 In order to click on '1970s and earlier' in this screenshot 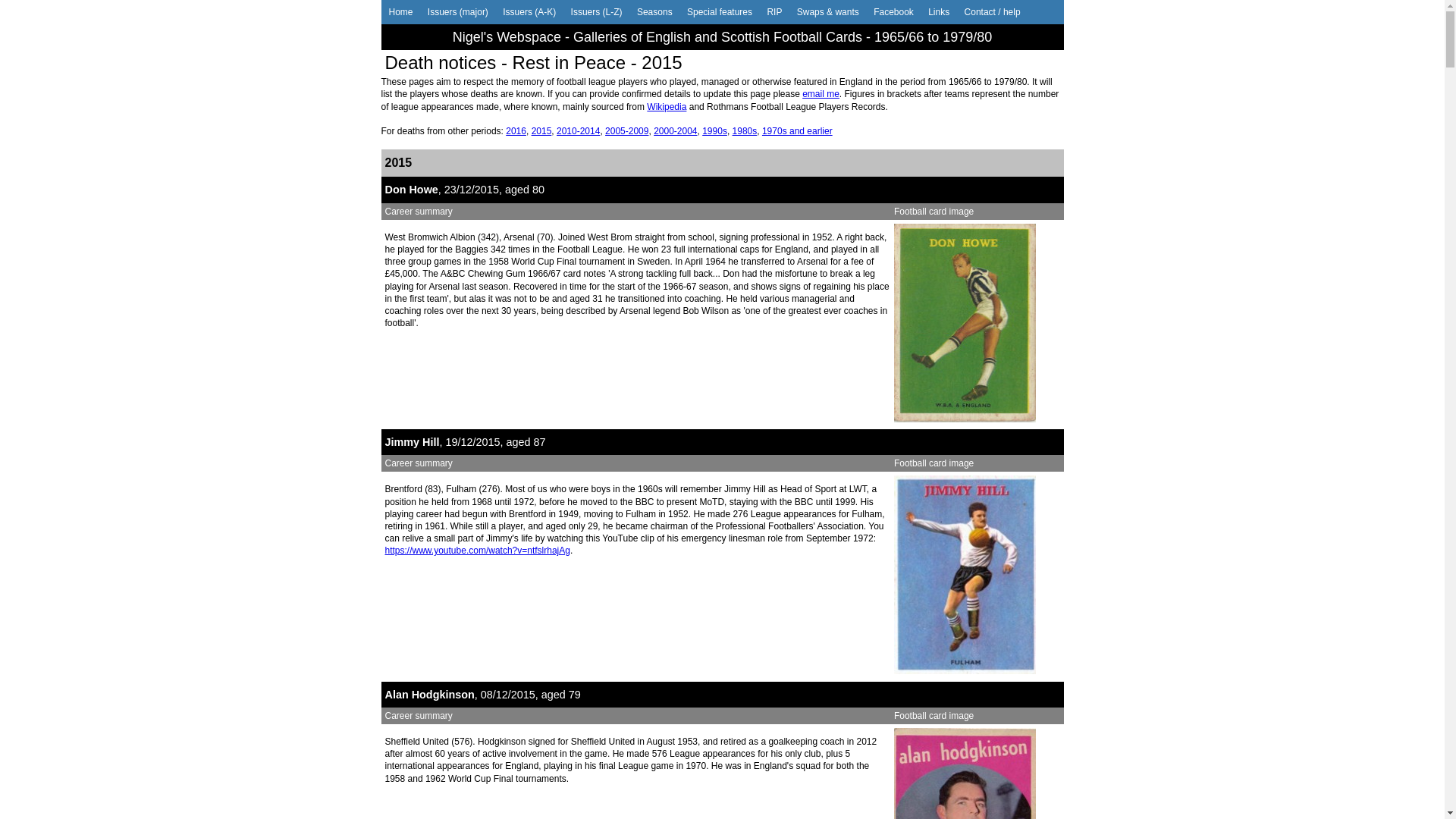, I will do `click(796, 130)`.